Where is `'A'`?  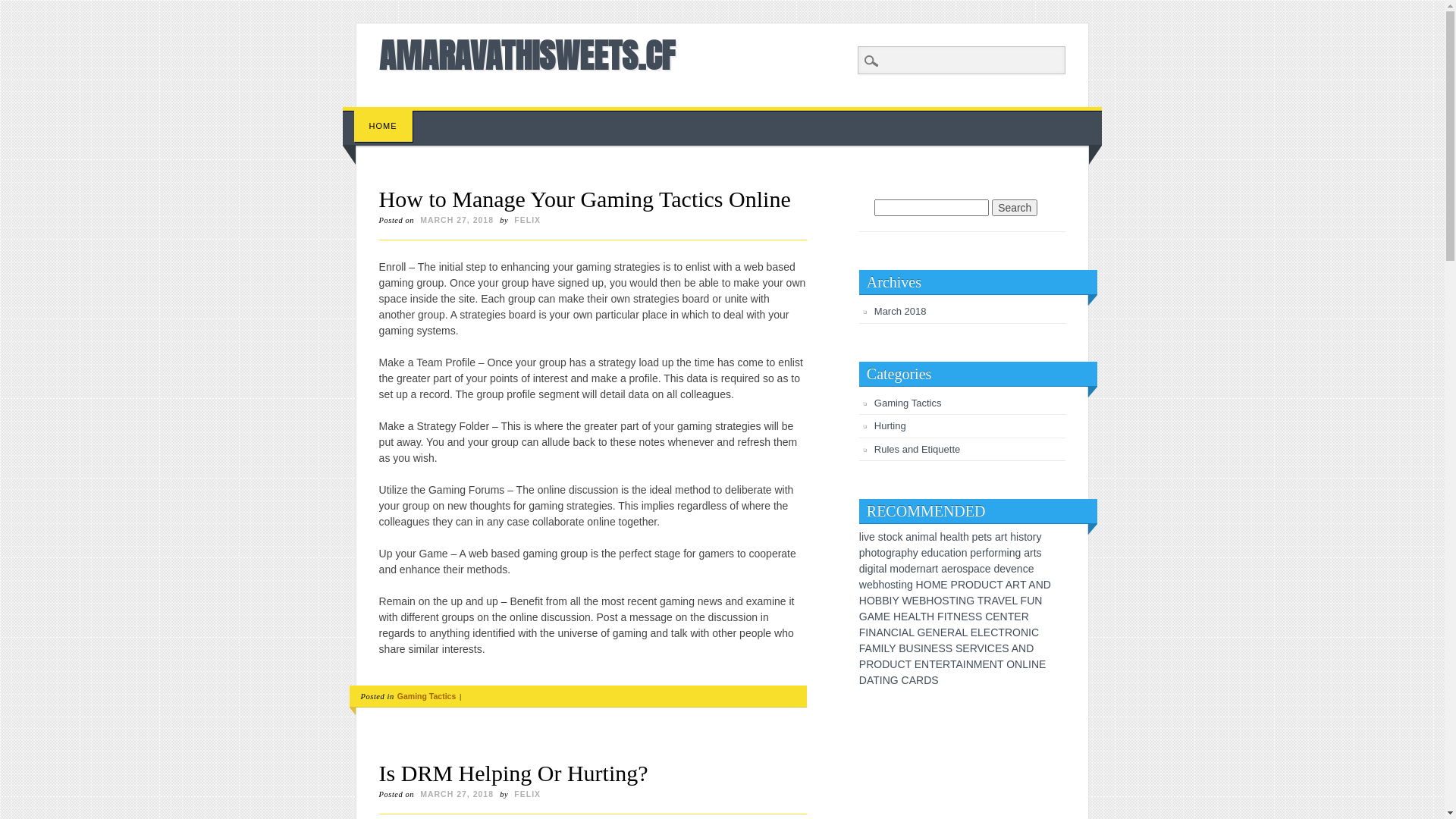
'A' is located at coordinates (1009, 584).